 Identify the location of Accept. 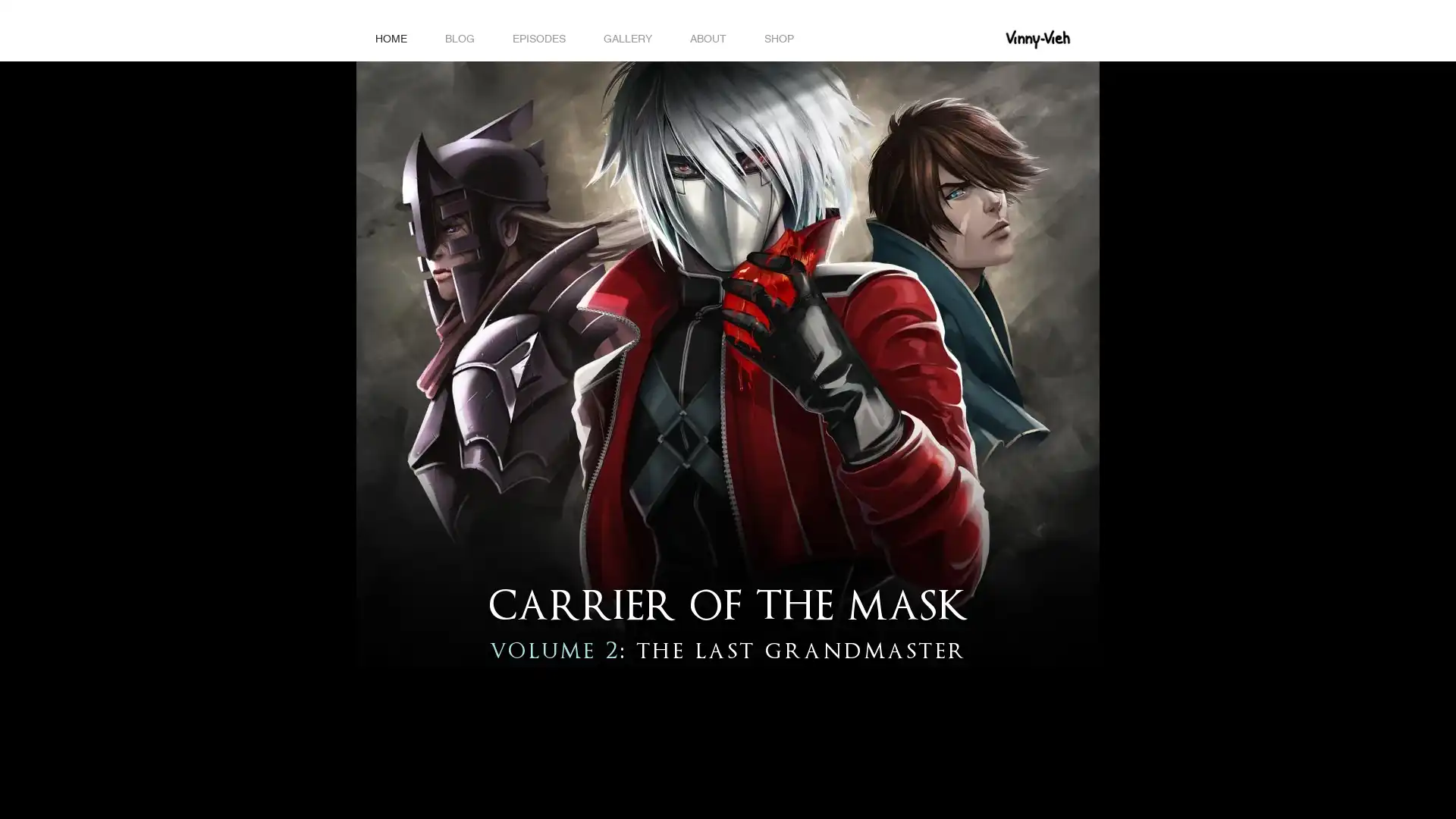
(1388, 794).